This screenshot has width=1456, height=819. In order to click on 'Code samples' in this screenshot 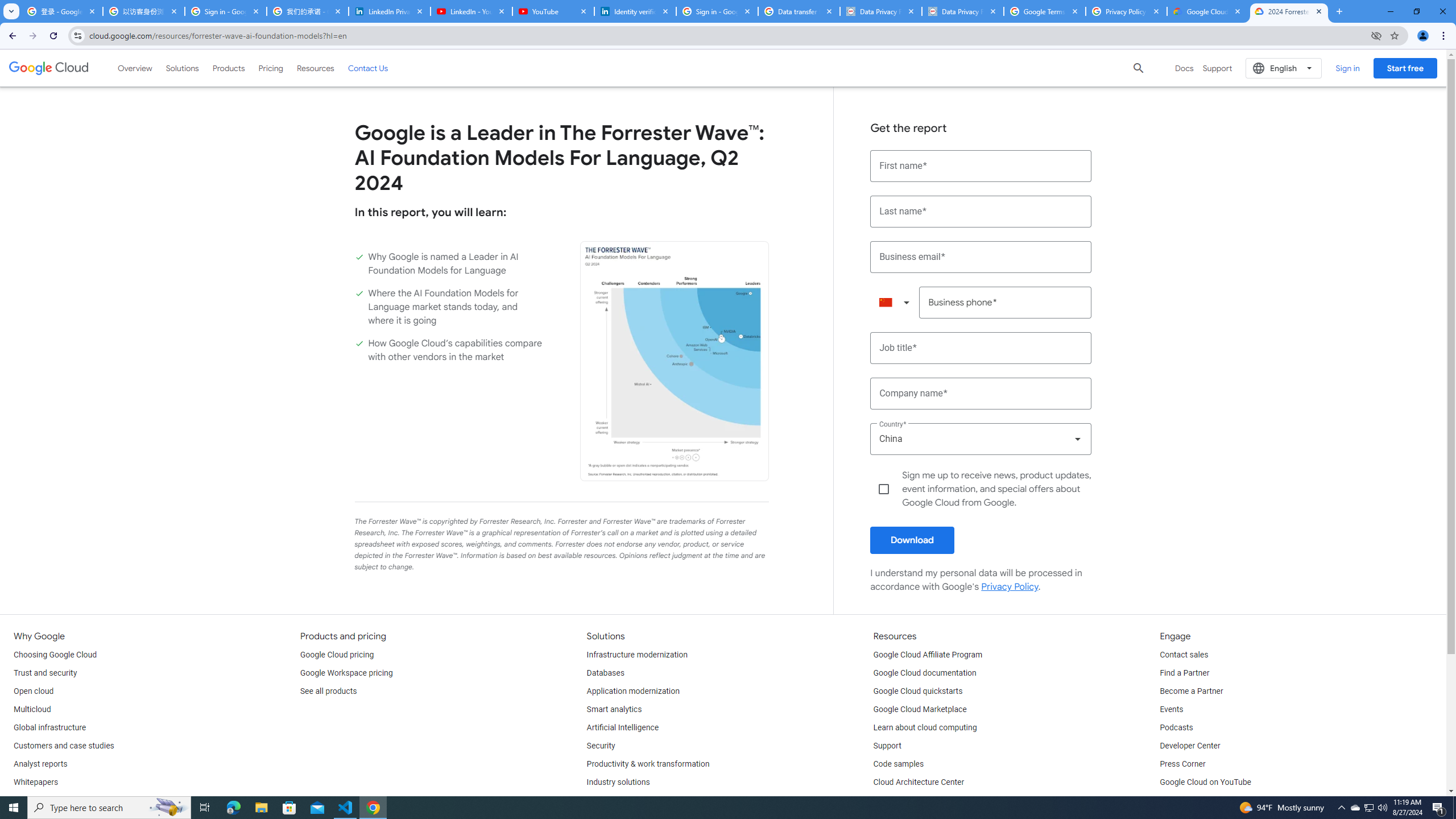, I will do `click(898, 764)`.